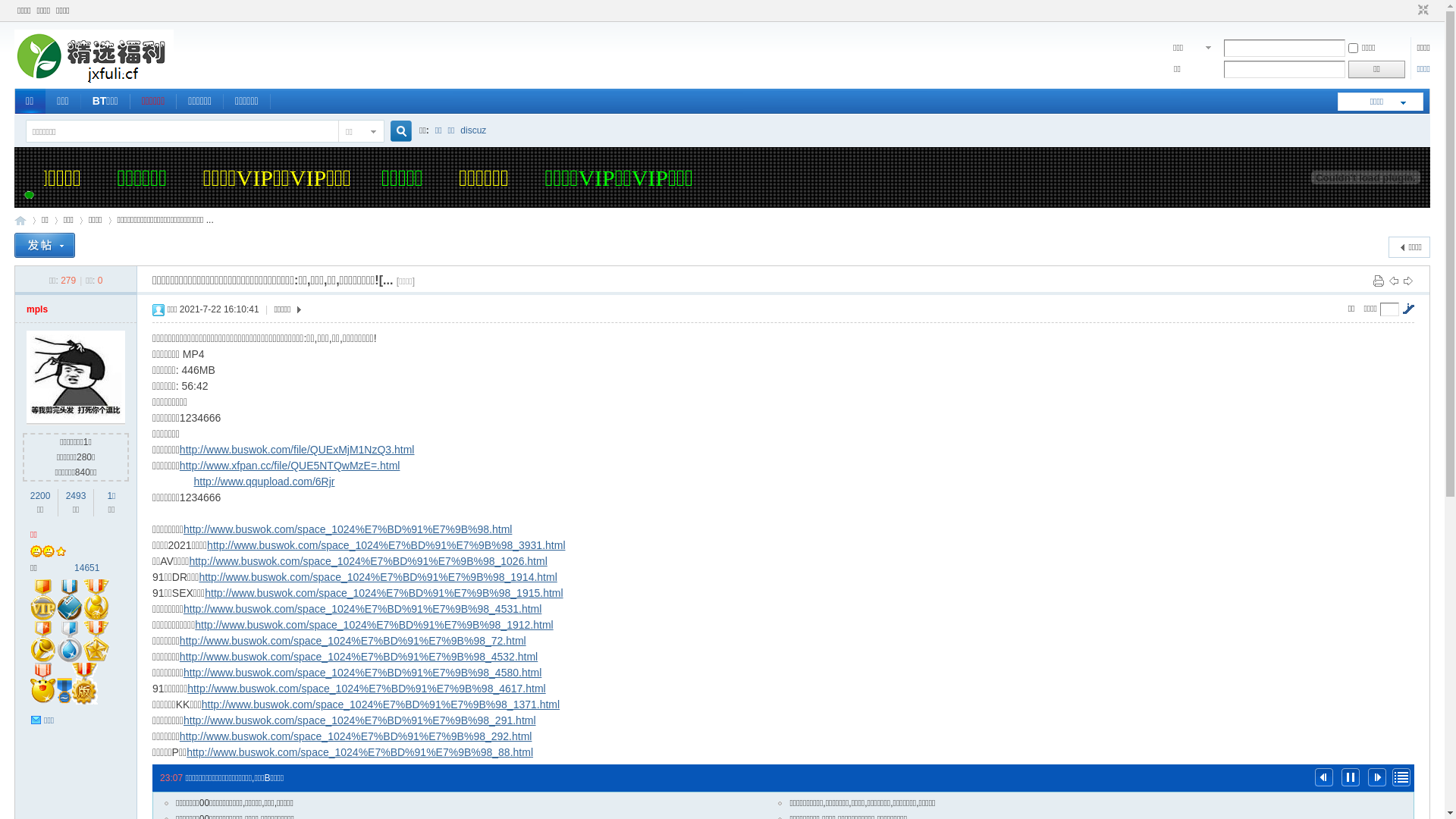 Image resolution: width=1456 pixels, height=819 pixels. Describe the element at coordinates (355, 736) in the screenshot. I see `'http://www.buswok.com/space_1024%E7%BD%91%E7%9B%98_292.html'` at that location.